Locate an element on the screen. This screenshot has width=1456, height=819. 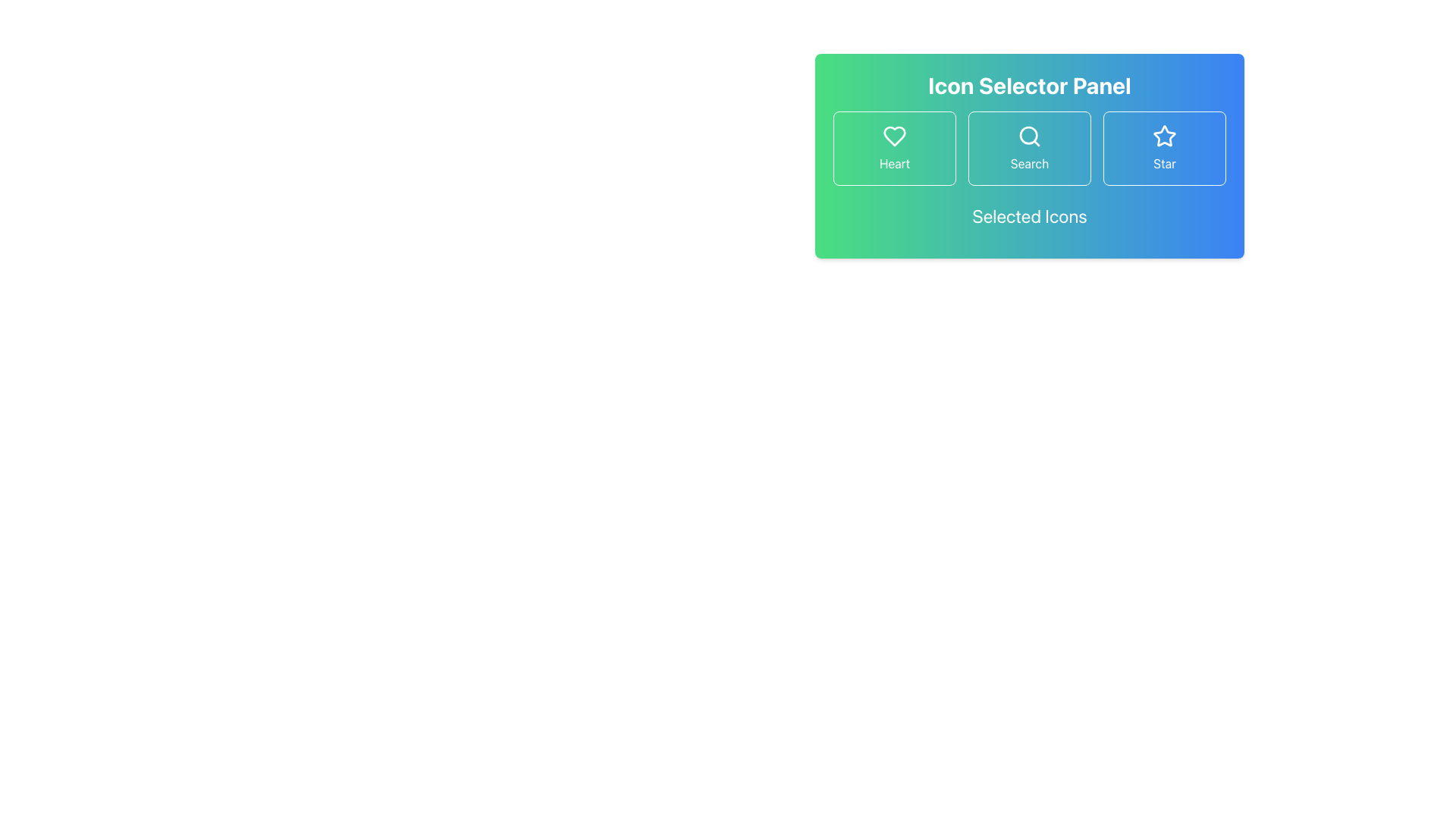
the first button labeled 'Heart' which has a hollow heart icon and is positioned to the left of the 'Search' and 'Star' buttons is located at coordinates (895, 149).